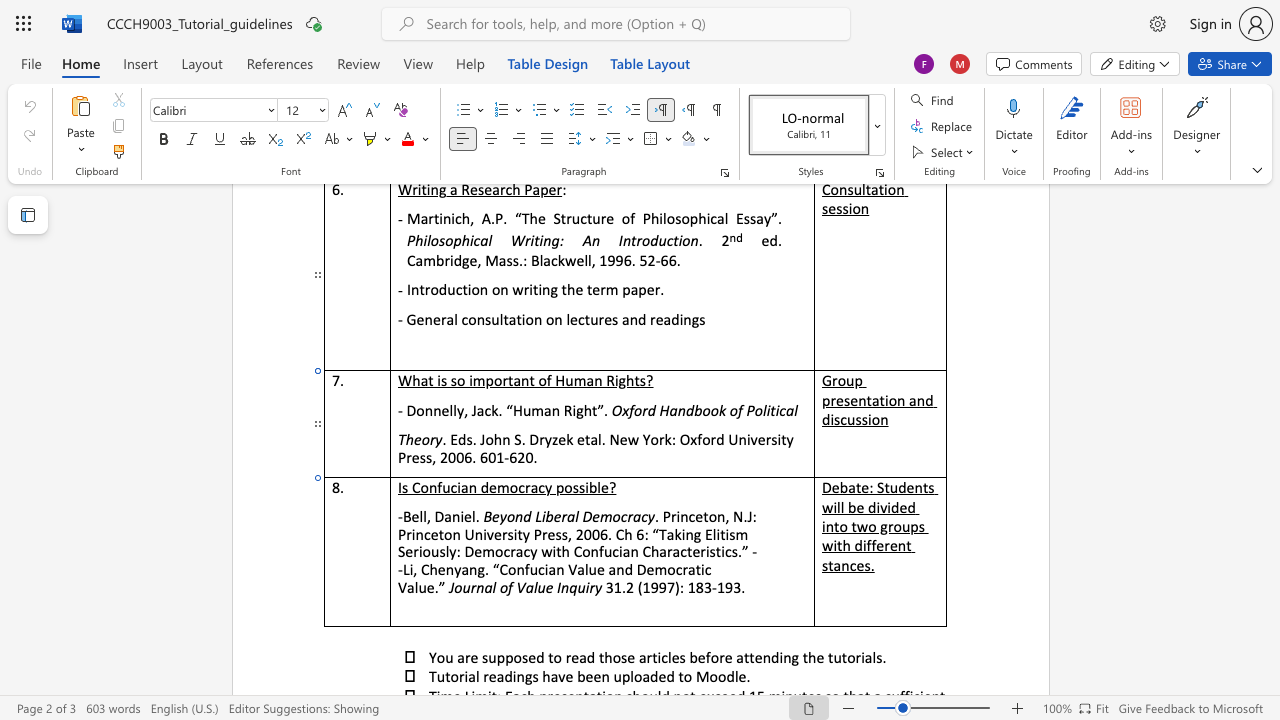 The width and height of the screenshot is (1280, 720). Describe the element at coordinates (858, 418) in the screenshot. I see `the 3th character "s" in the text` at that location.